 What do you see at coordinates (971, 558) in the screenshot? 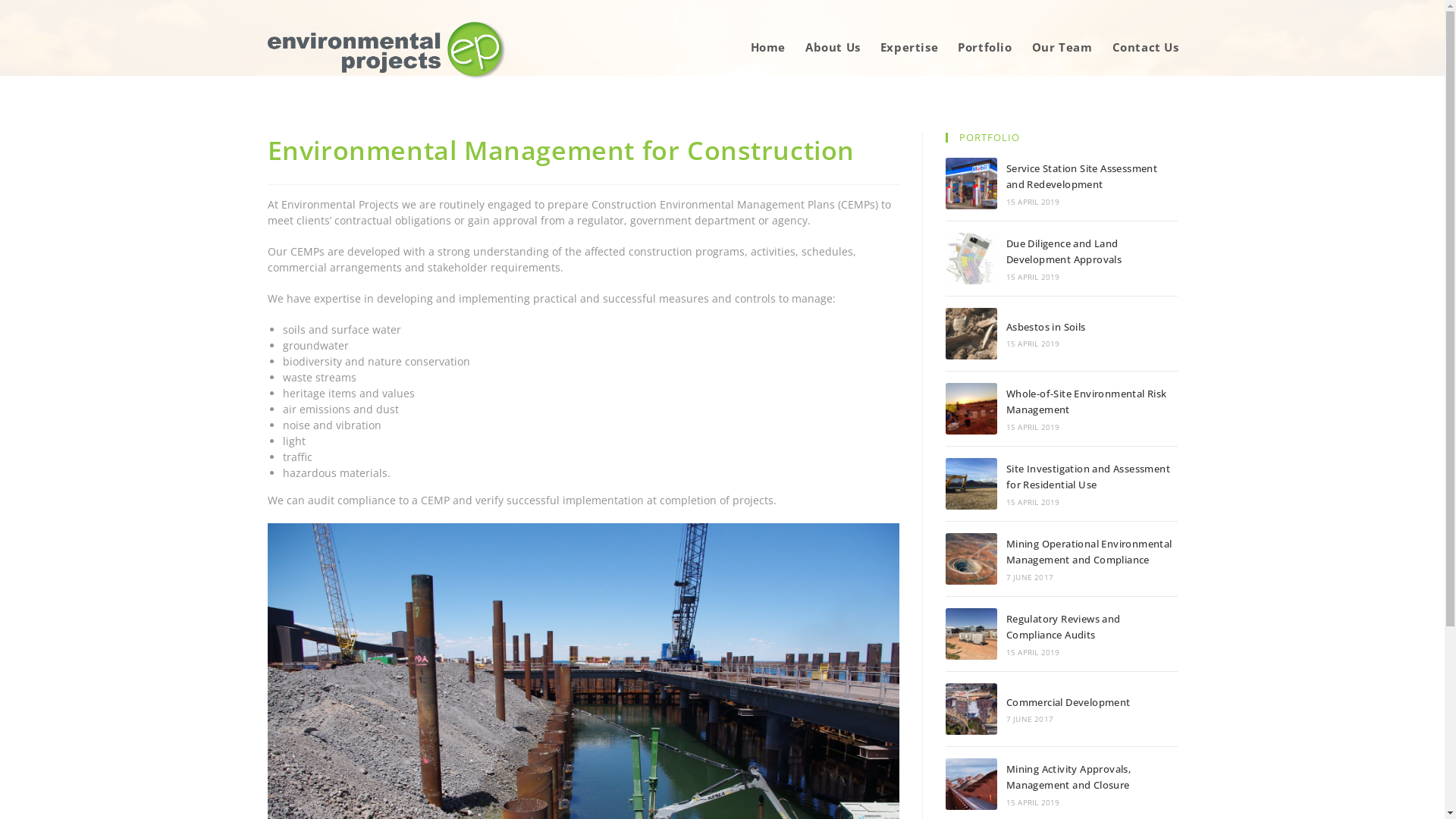
I see `'Mining Operational Environmental Management and Compliance'` at bounding box center [971, 558].